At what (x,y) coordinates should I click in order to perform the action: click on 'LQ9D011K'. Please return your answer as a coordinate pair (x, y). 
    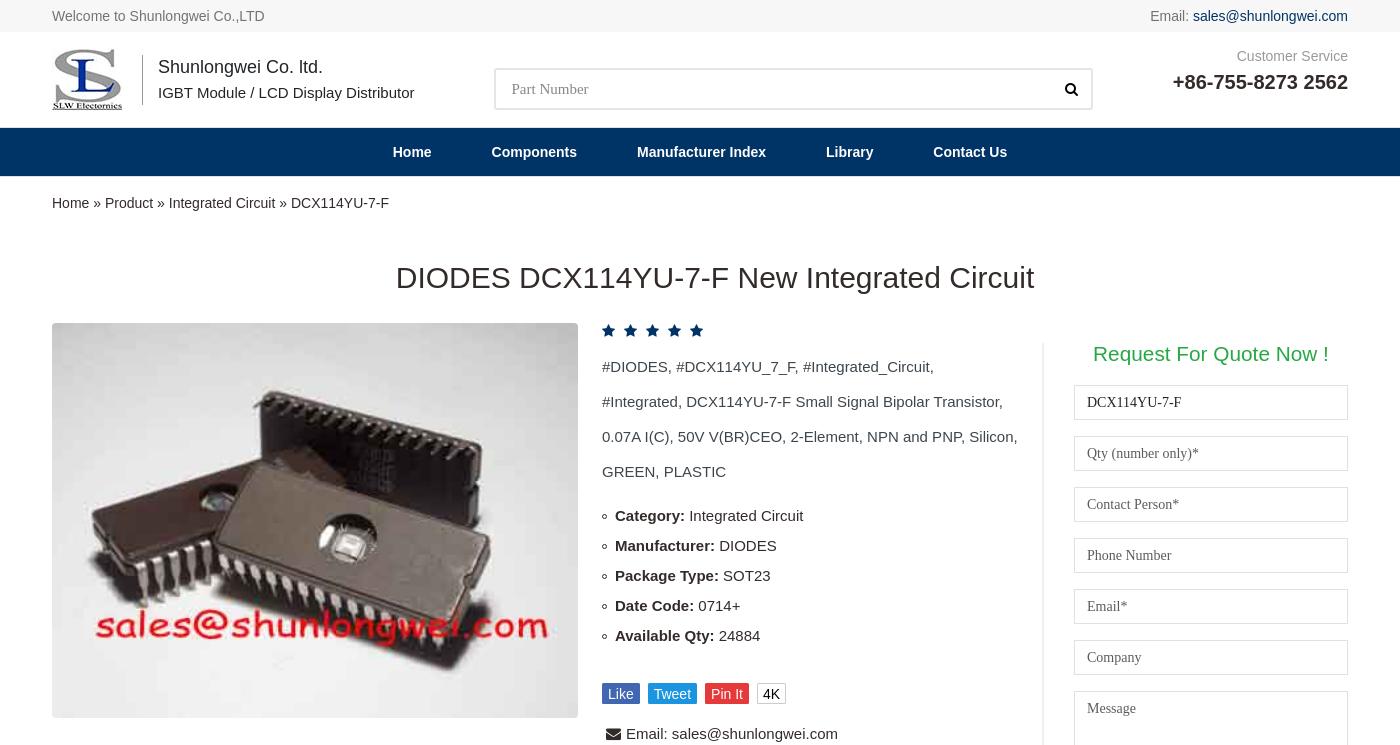
    Looking at the image, I should click on (1030, 587).